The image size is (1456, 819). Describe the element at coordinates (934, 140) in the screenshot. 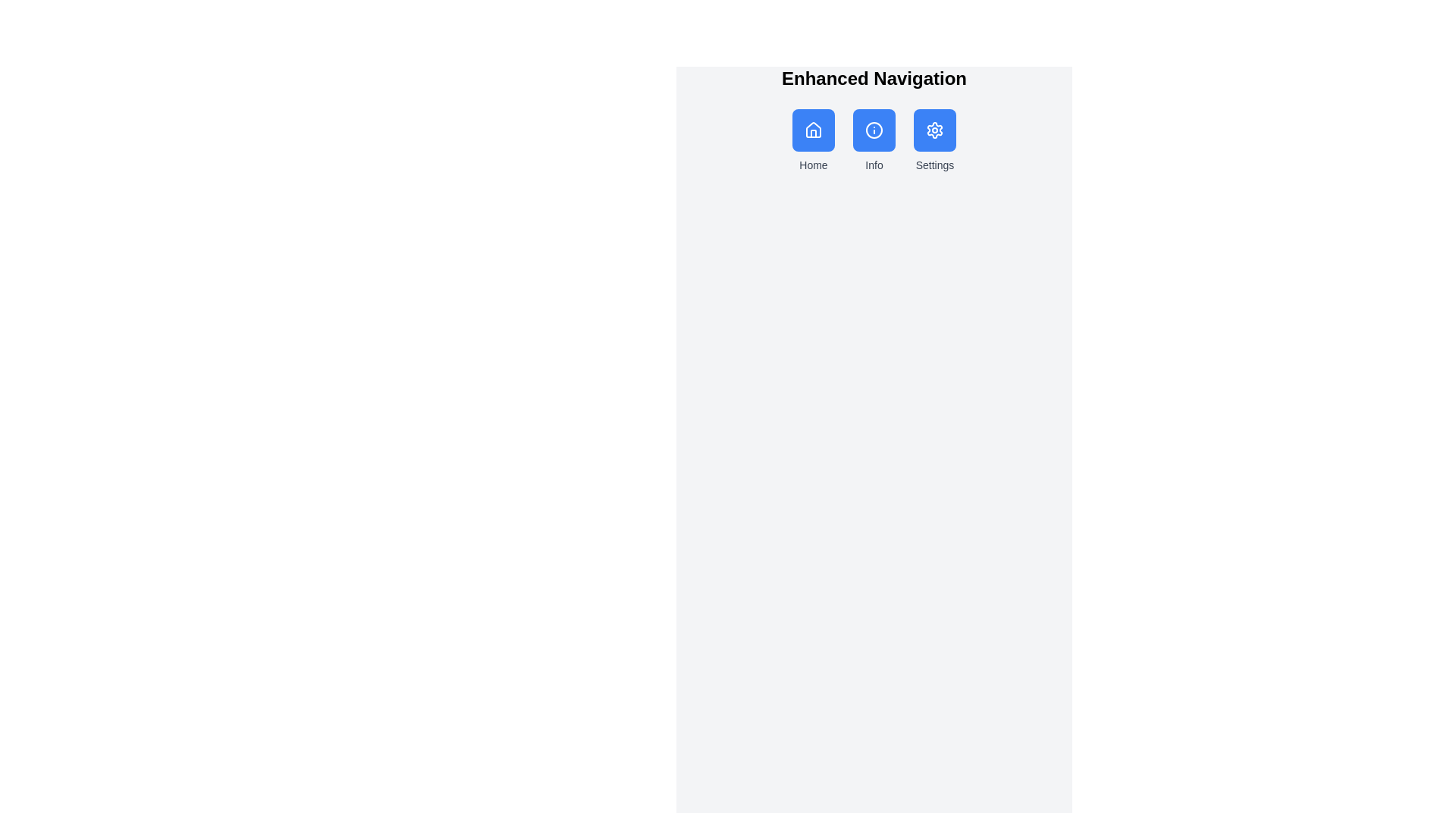

I see `the blue button with a white cogwheel icon labeled 'Settings'` at that location.